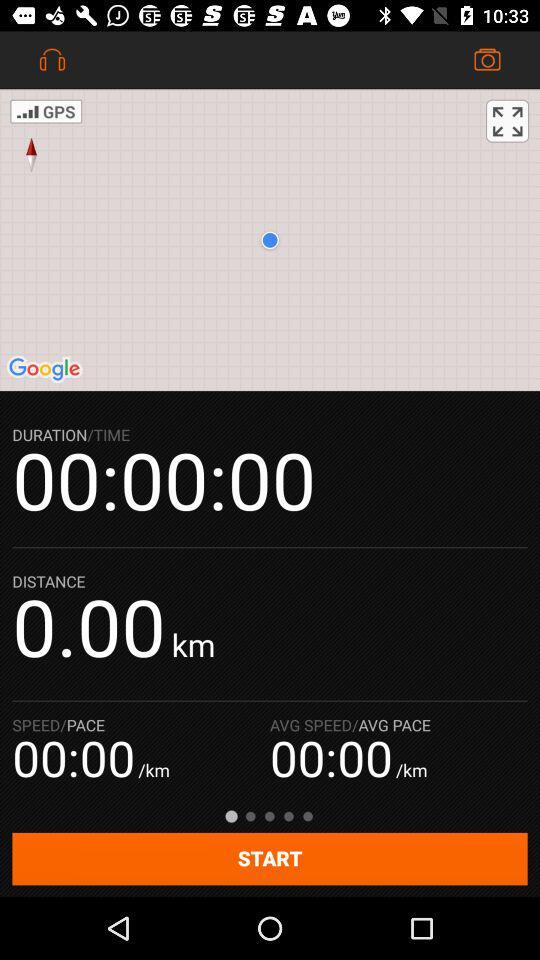  What do you see at coordinates (52, 59) in the screenshot?
I see `the notifications icon` at bounding box center [52, 59].